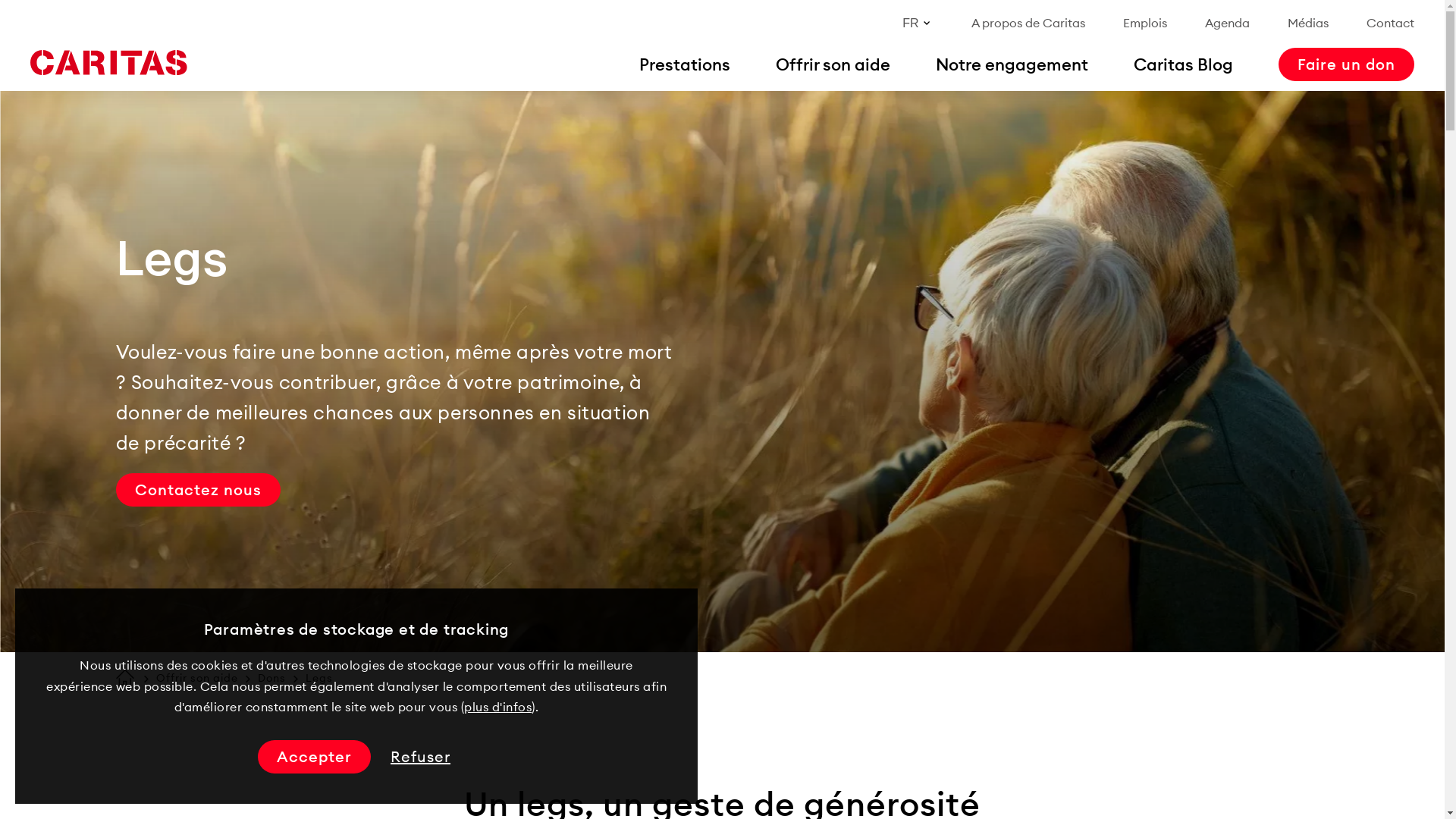 Image resolution: width=1456 pixels, height=819 pixels. What do you see at coordinates (1182, 63) in the screenshot?
I see `'Caritas Blog'` at bounding box center [1182, 63].